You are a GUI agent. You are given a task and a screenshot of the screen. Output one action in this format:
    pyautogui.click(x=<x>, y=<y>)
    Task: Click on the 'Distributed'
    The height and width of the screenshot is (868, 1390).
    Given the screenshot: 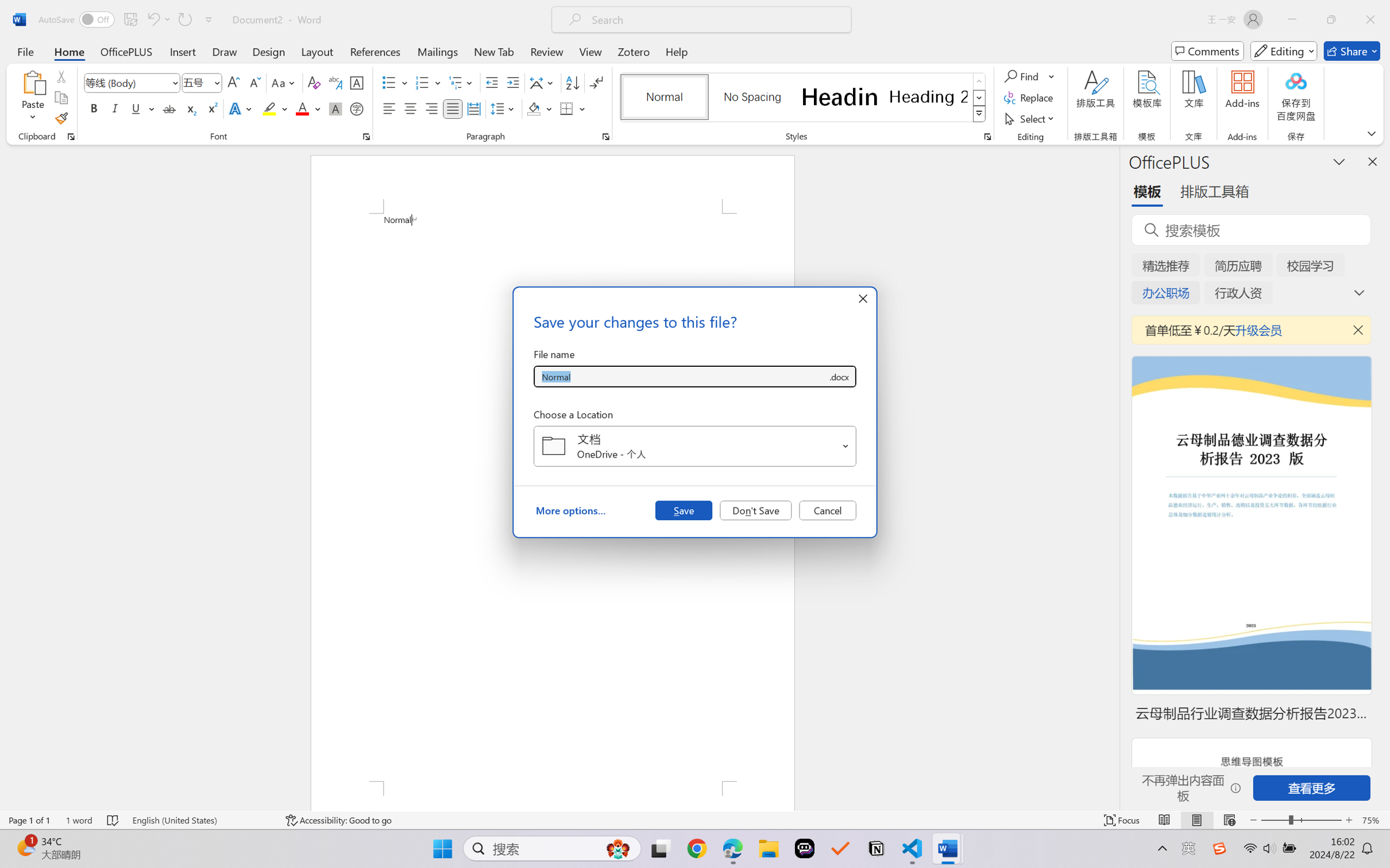 What is the action you would take?
    pyautogui.click(x=473, y=108)
    